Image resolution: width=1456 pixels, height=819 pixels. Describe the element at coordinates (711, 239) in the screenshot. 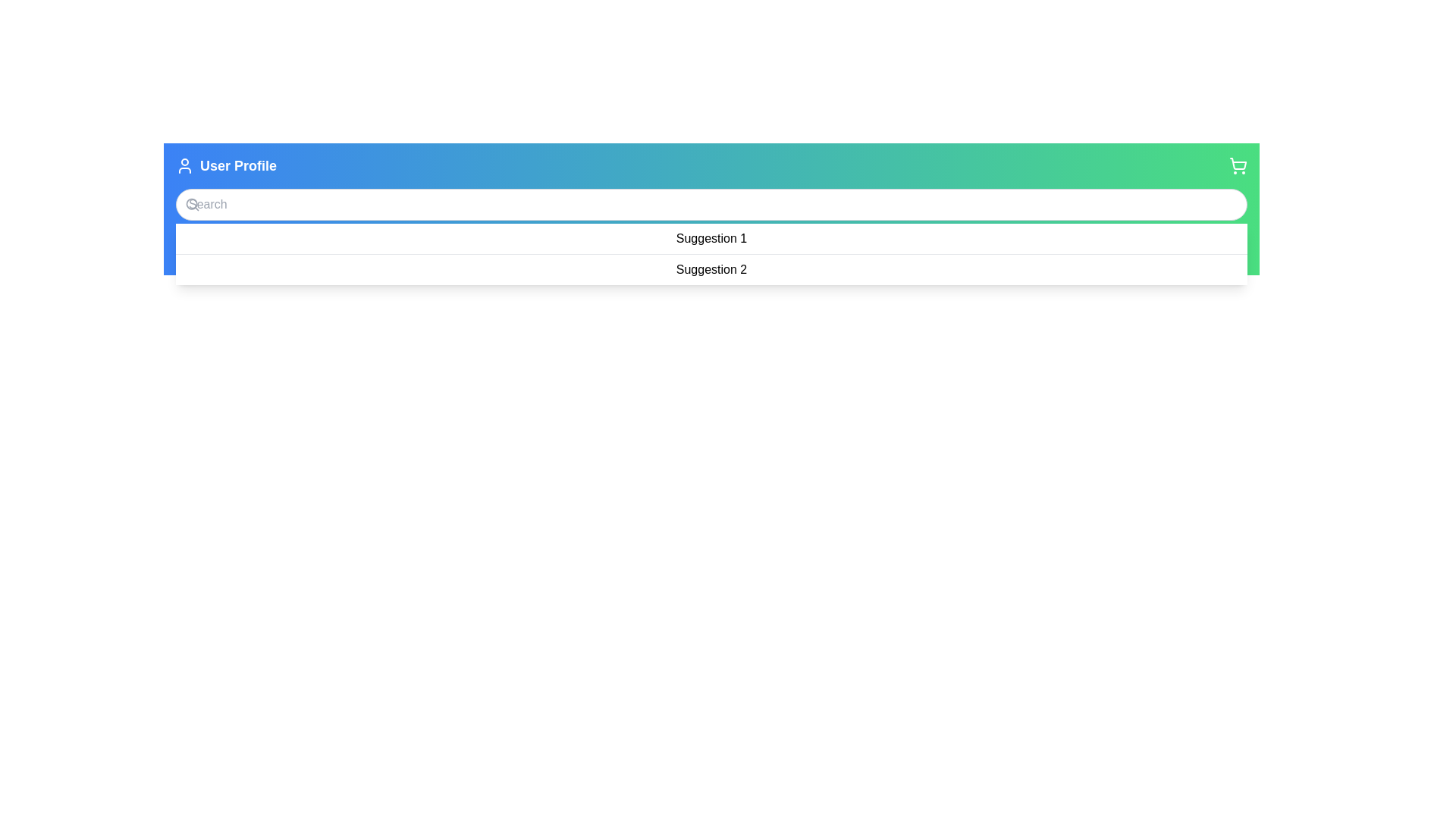

I see `the first selectable suggestion in the dropdown menu located below the search bar` at that location.